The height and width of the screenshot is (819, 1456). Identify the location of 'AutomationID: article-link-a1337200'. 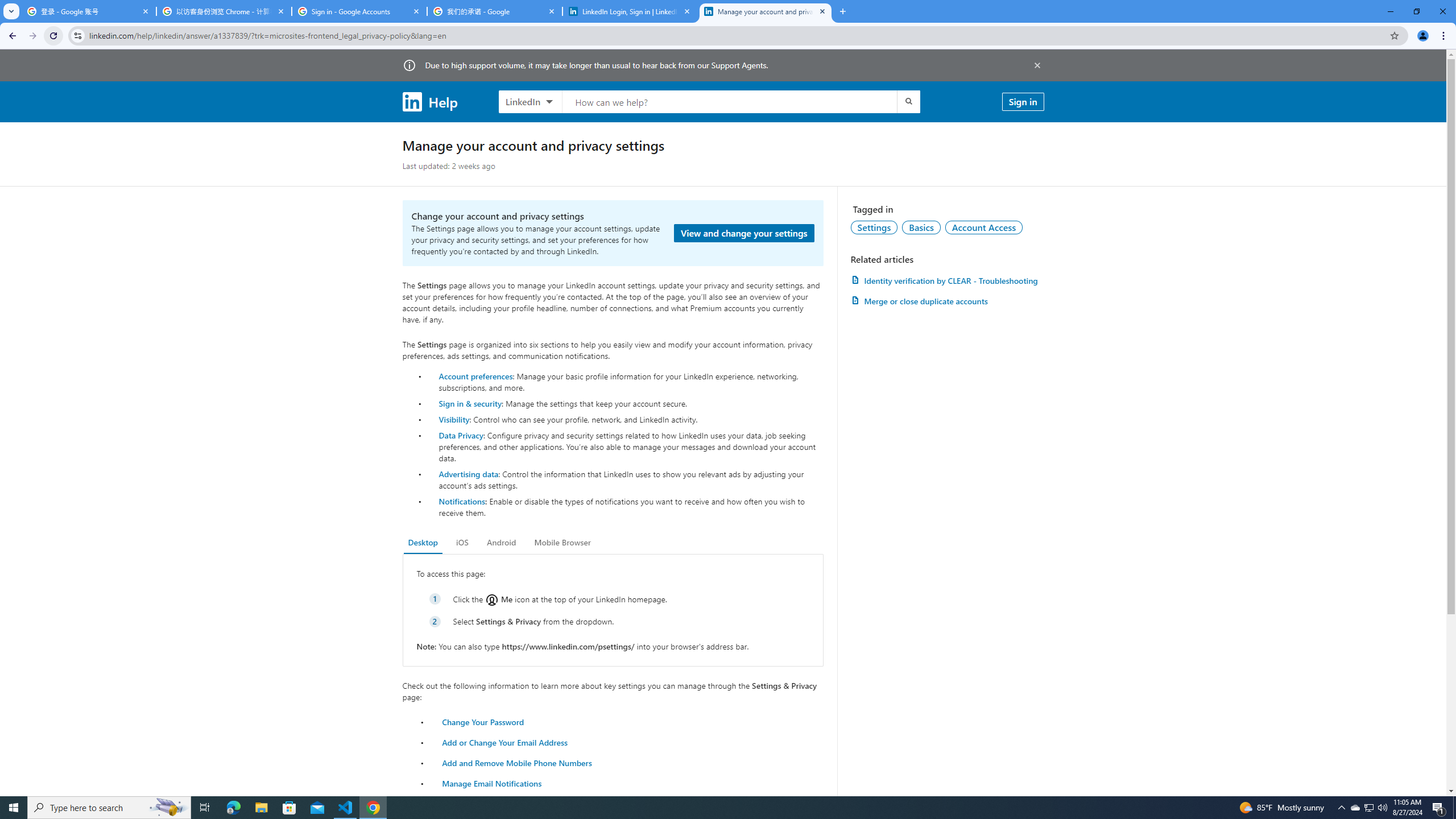
(946, 300).